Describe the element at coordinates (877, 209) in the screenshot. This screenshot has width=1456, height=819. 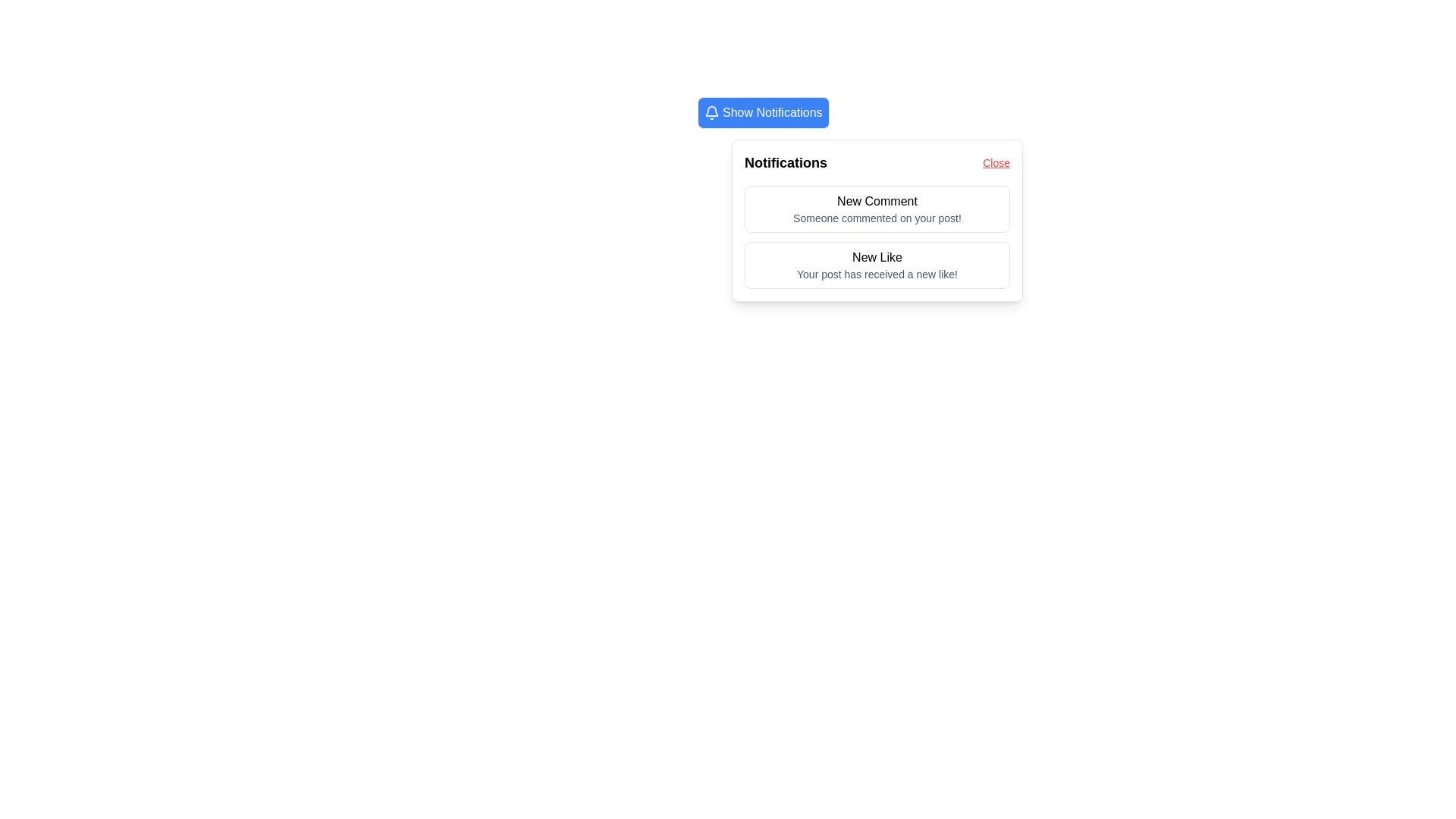
I see `the Notification box displaying 'New Comment' to mark it as read` at that location.